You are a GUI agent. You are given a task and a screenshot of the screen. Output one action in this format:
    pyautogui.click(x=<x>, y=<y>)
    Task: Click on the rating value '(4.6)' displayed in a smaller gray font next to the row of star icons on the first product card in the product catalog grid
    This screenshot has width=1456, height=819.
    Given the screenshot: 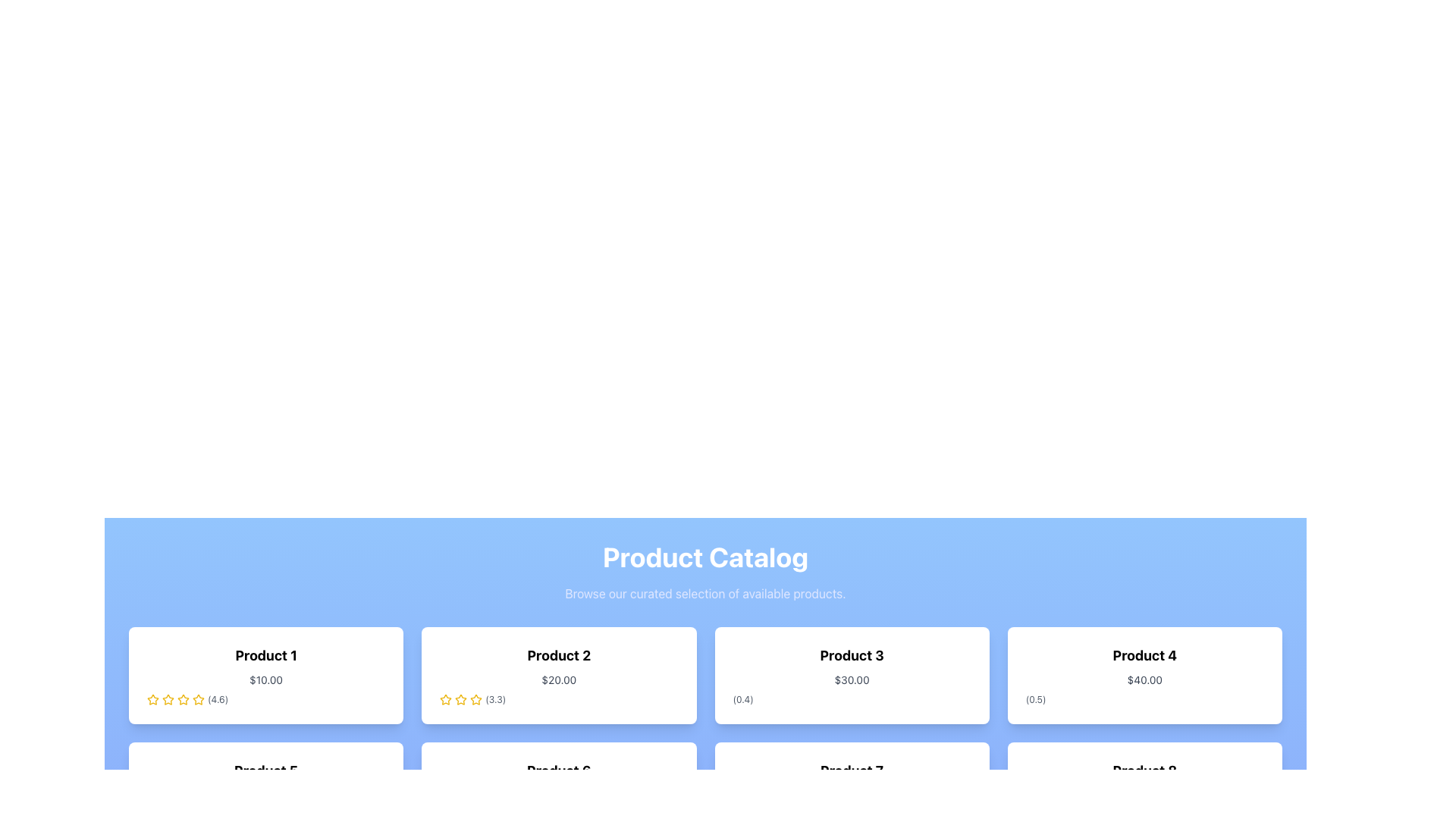 What is the action you would take?
    pyautogui.click(x=217, y=699)
    